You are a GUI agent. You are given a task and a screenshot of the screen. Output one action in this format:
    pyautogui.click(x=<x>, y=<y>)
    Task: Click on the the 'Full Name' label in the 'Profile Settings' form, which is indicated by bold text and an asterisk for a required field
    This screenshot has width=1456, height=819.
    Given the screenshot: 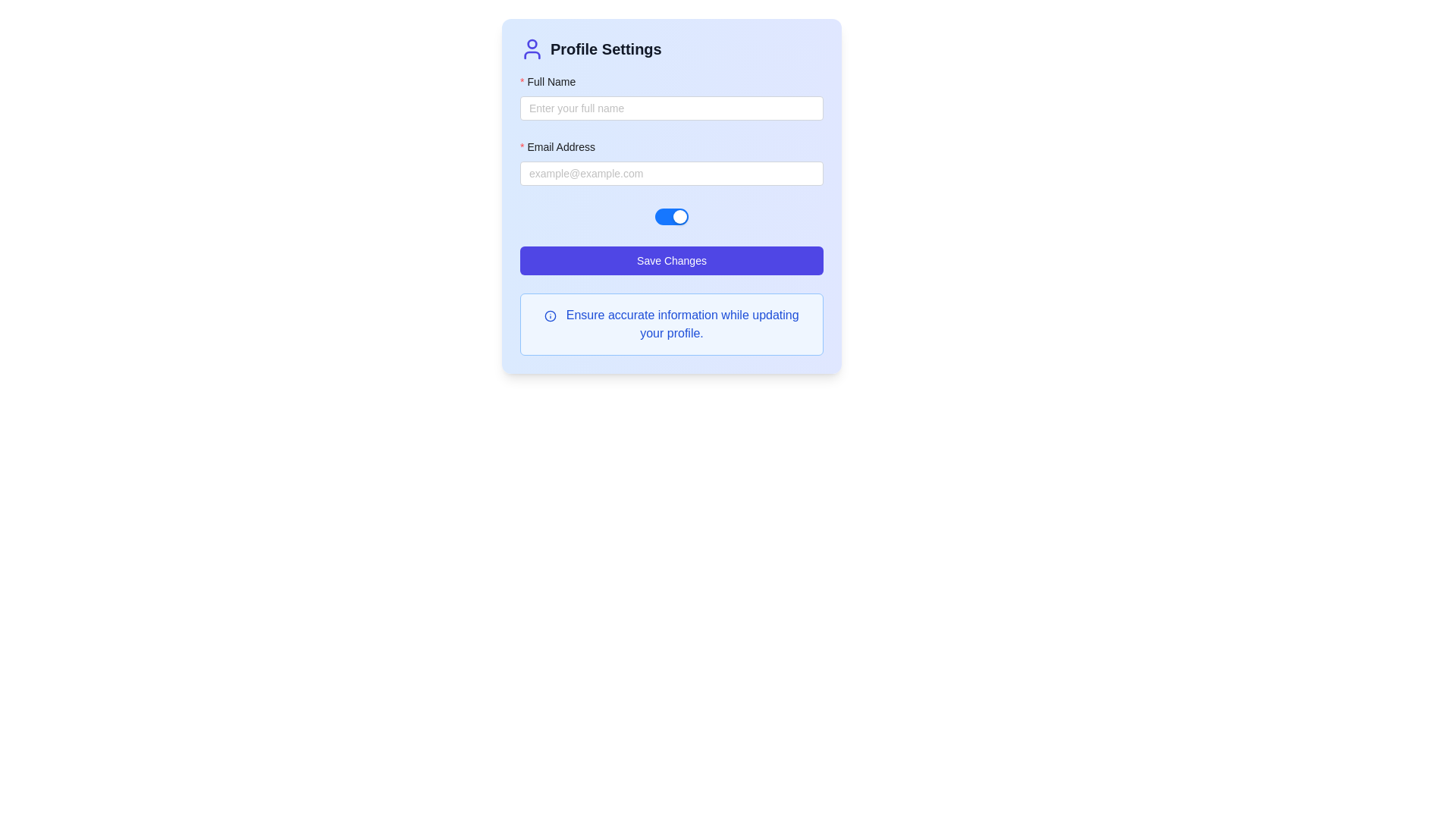 What is the action you would take?
    pyautogui.click(x=552, y=82)
    